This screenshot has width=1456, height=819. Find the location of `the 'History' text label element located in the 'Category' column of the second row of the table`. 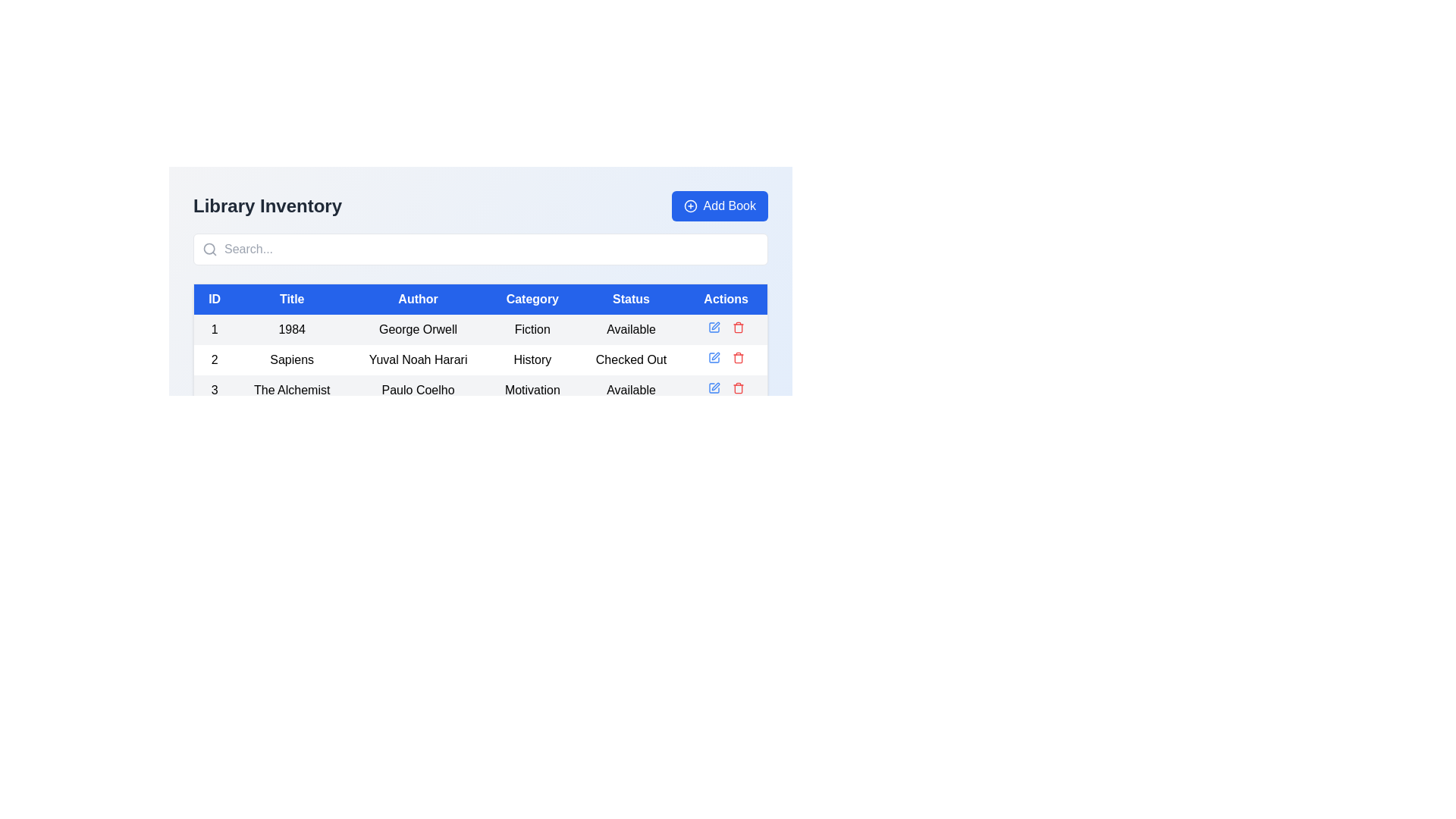

the 'History' text label element located in the 'Category' column of the second row of the table is located at coordinates (532, 359).